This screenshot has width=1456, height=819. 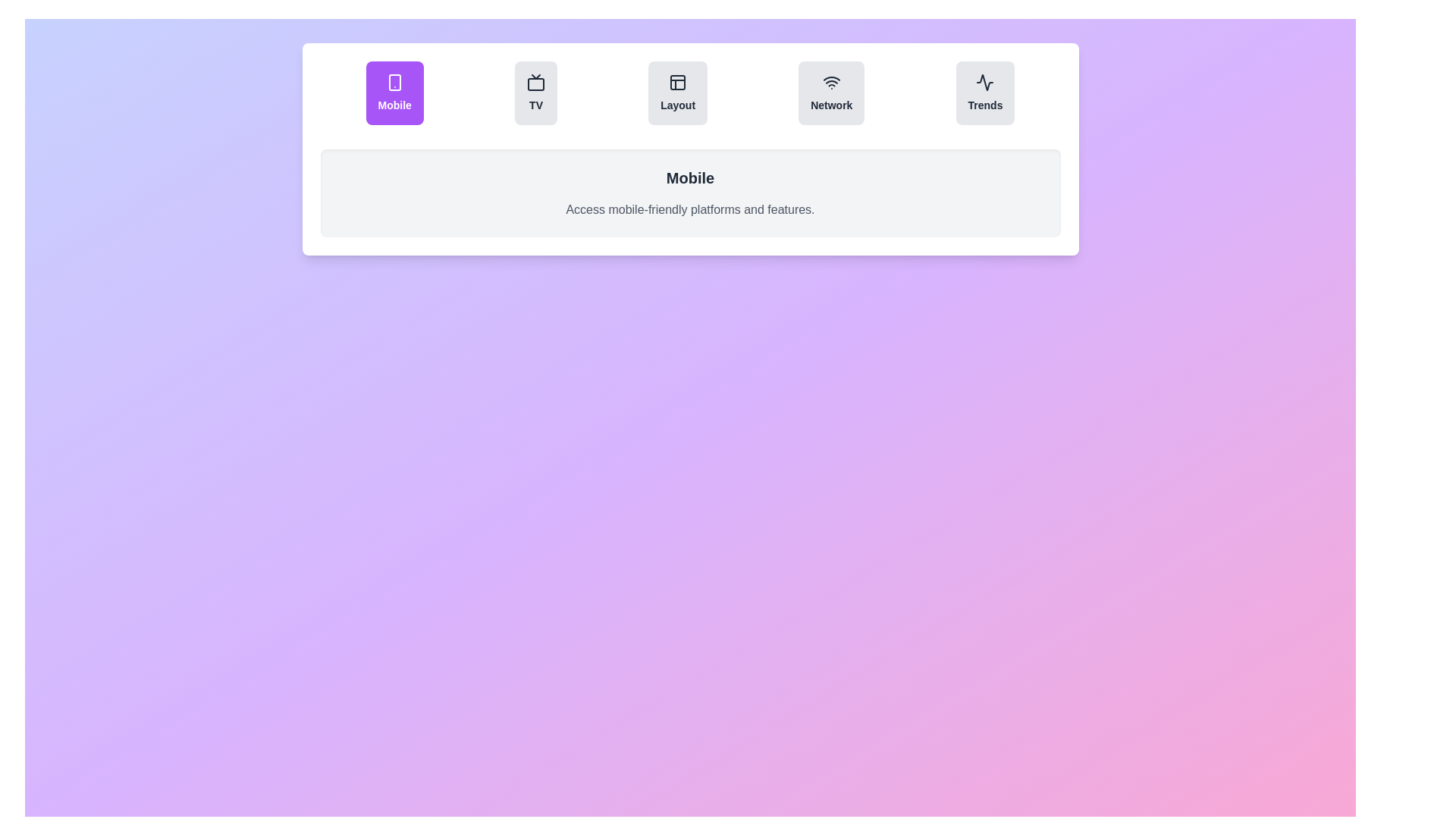 I want to click on the 'Mobile' icon located at the top-left of the horizontal navigation bar, so click(x=394, y=82).